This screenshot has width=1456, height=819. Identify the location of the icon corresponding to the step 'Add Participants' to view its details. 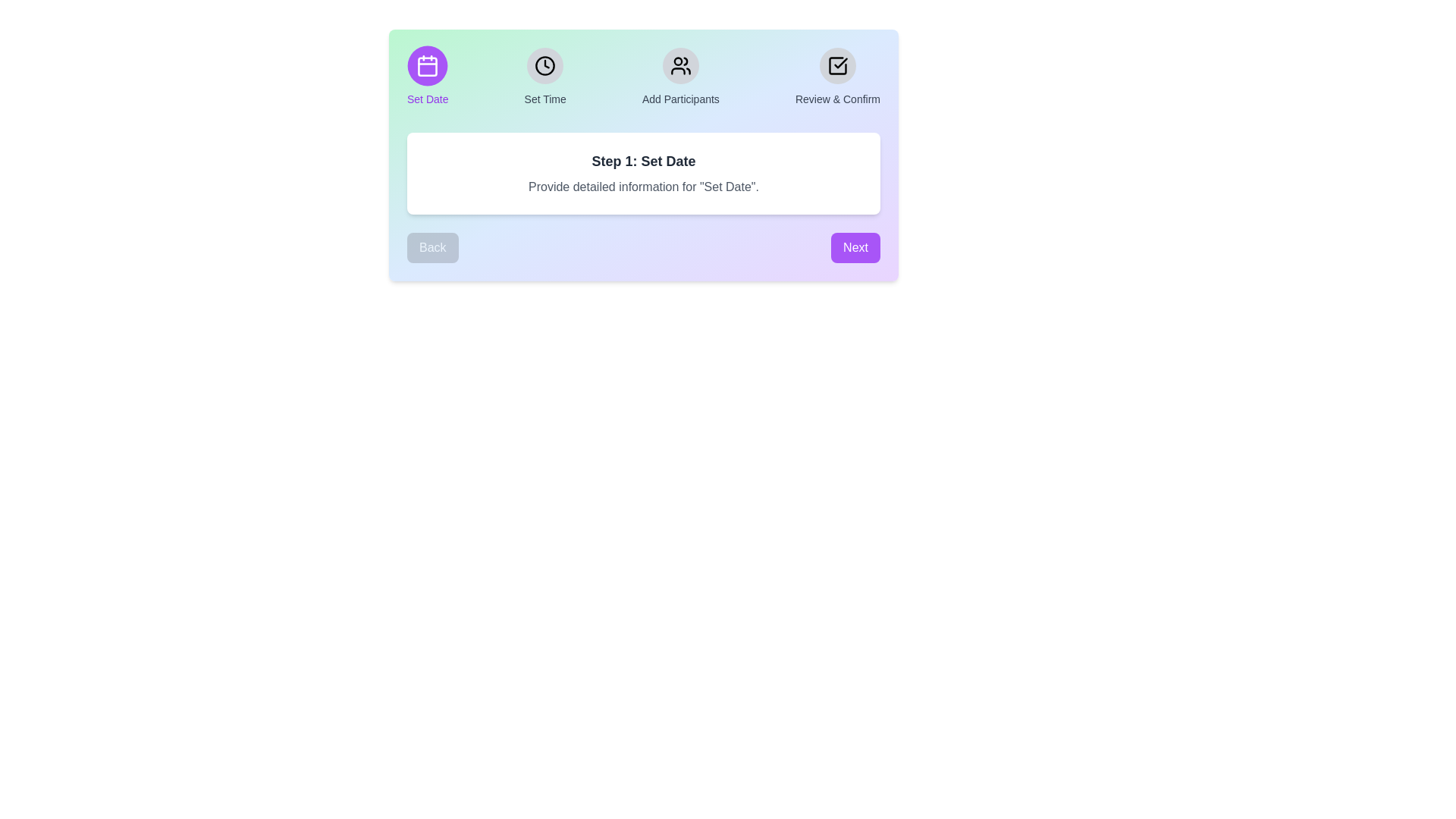
(679, 65).